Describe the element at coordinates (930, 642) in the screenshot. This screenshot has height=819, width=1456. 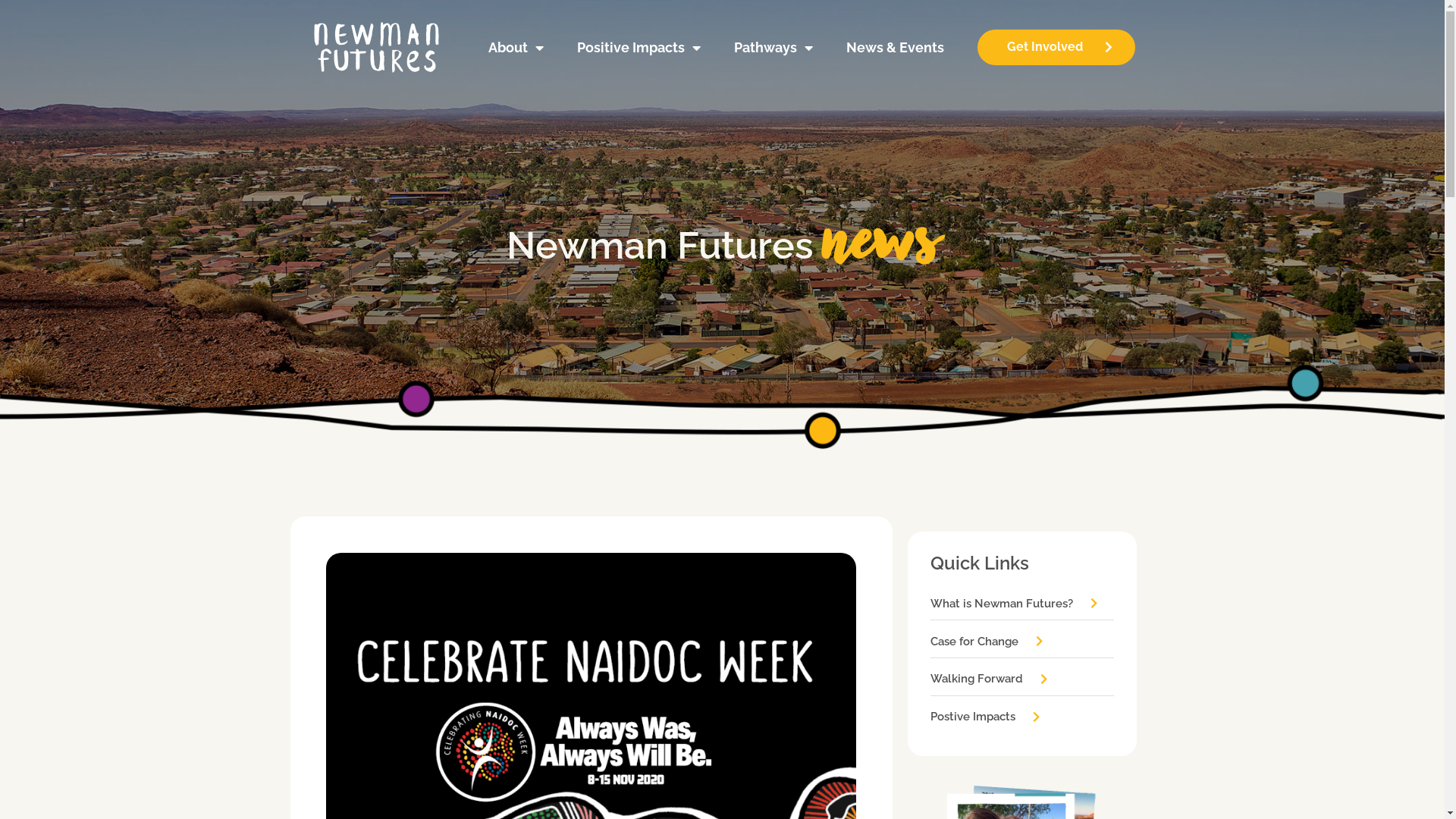
I see `'Case for Change'` at that location.